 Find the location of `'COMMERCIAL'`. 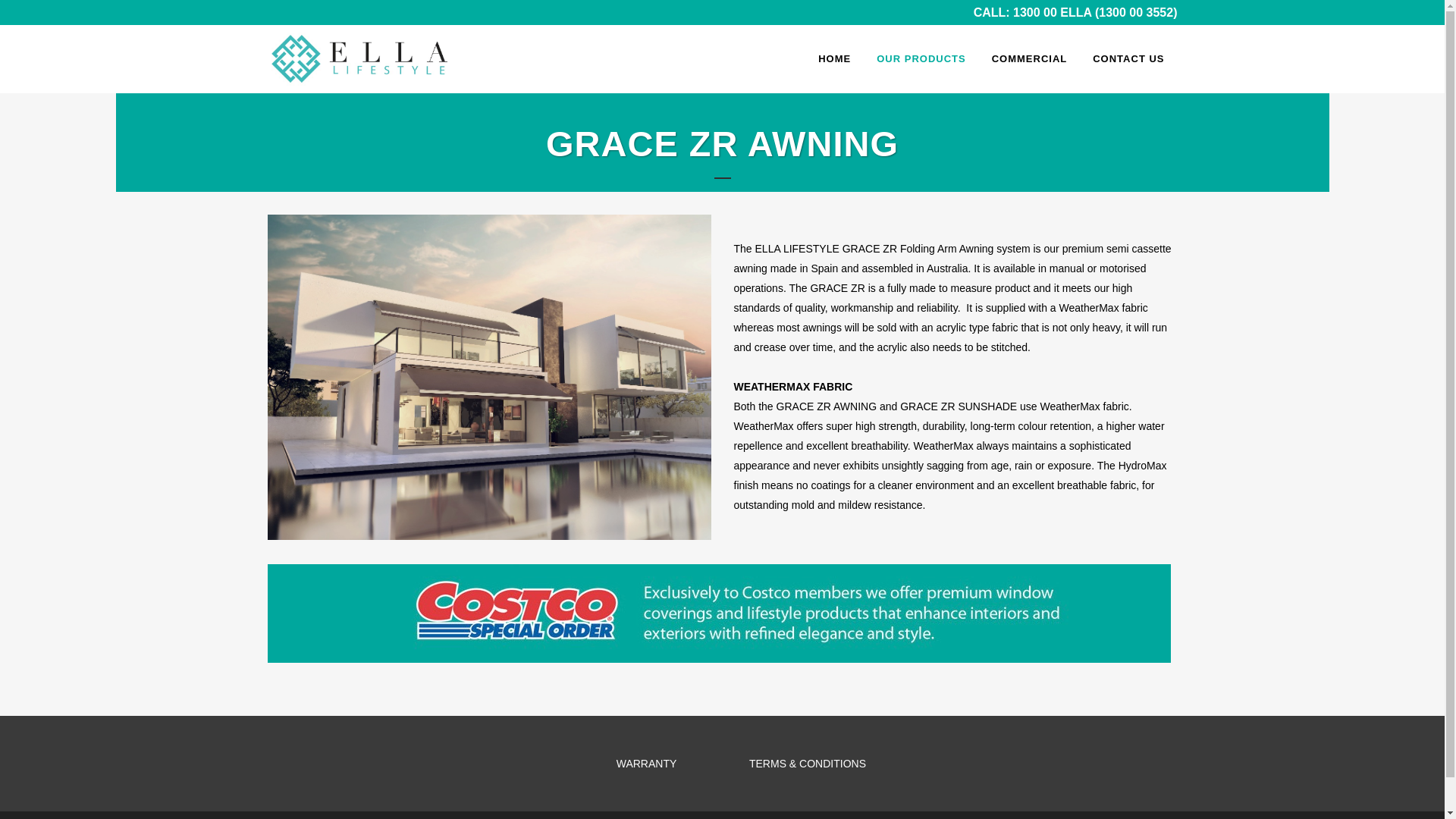

'COMMERCIAL' is located at coordinates (1030, 58).